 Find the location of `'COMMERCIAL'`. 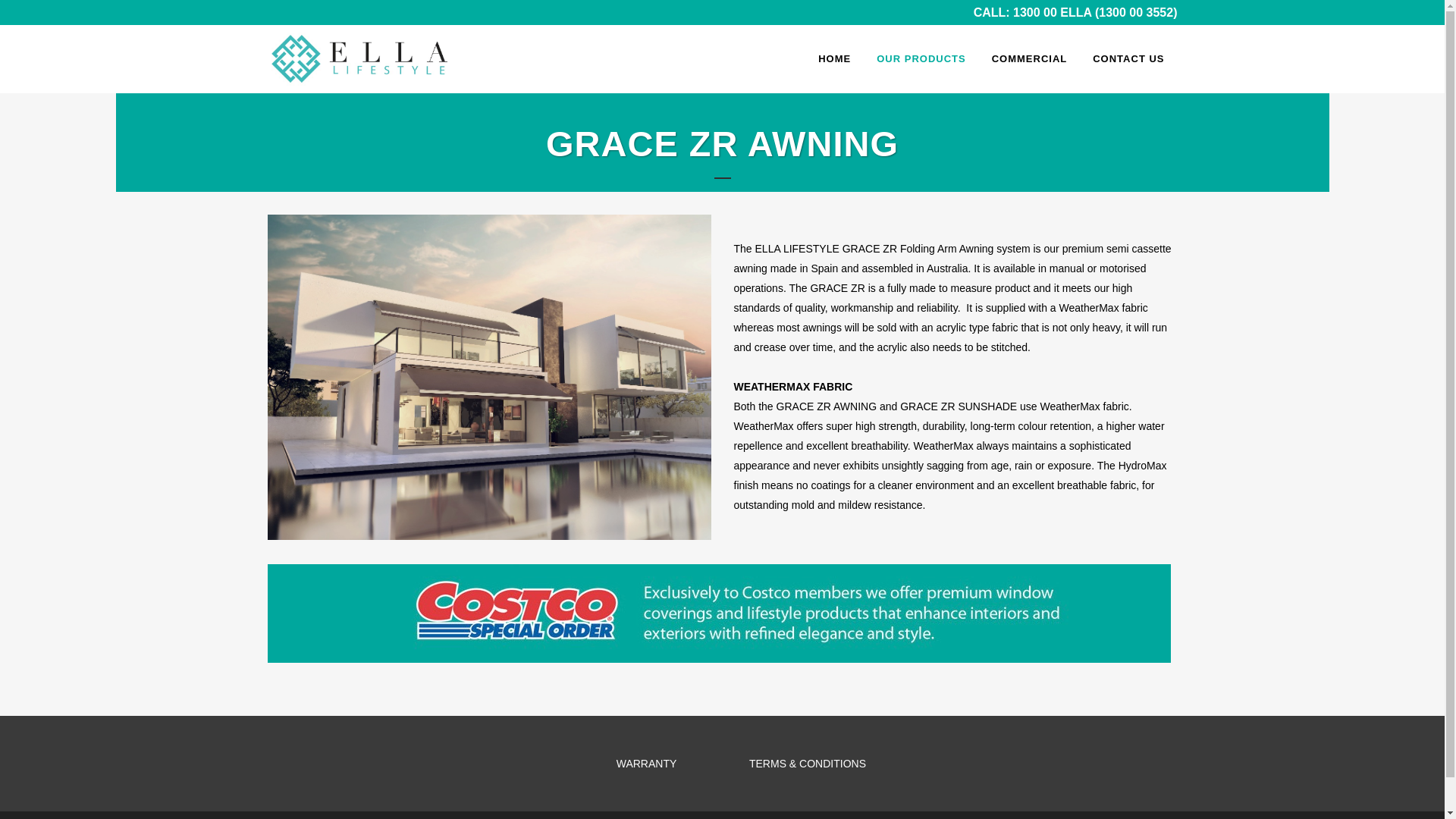

'COMMERCIAL' is located at coordinates (1030, 58).